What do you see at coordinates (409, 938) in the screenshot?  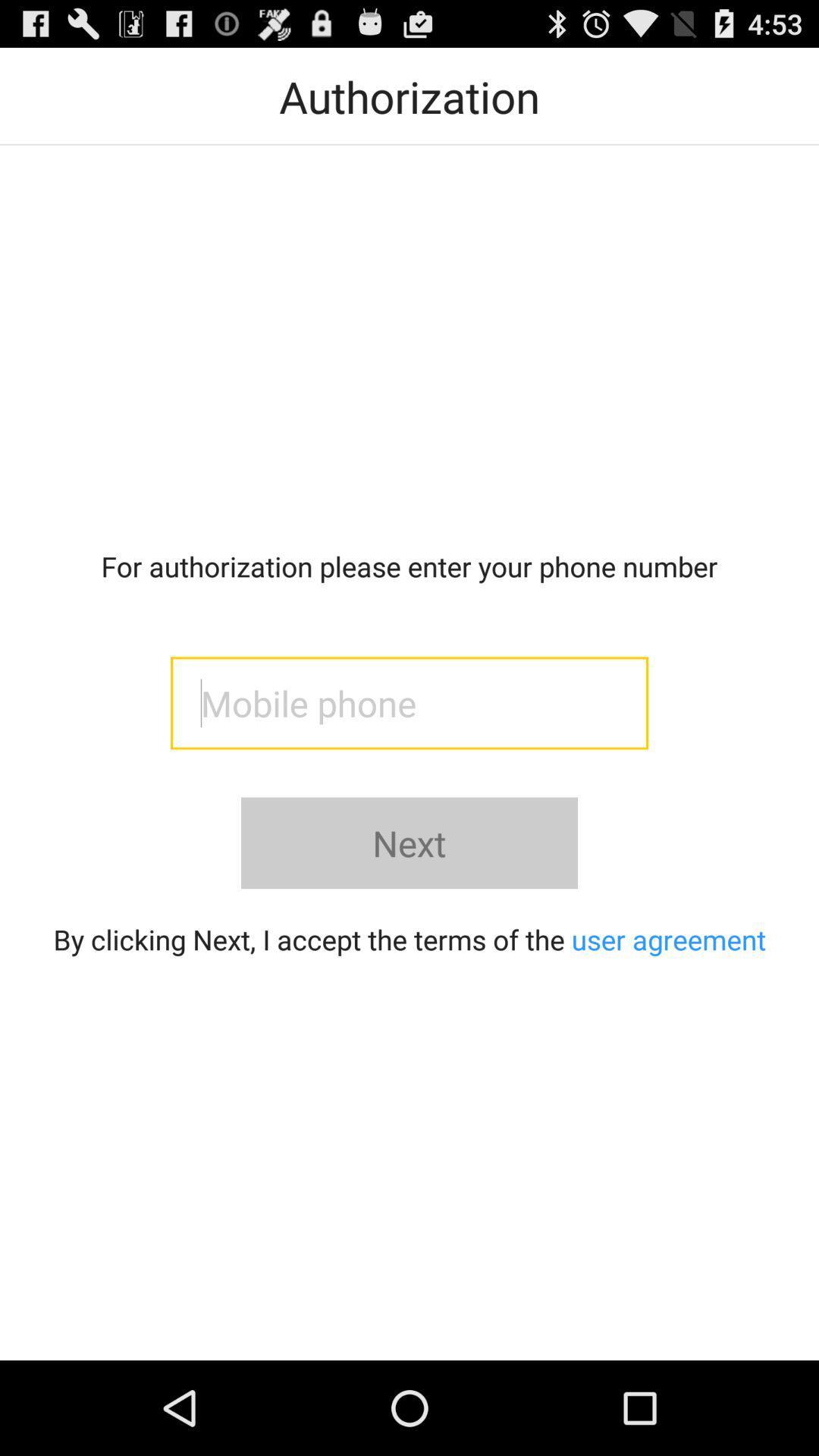 I see `the by clicking next app` at bounding box center [409, 938].